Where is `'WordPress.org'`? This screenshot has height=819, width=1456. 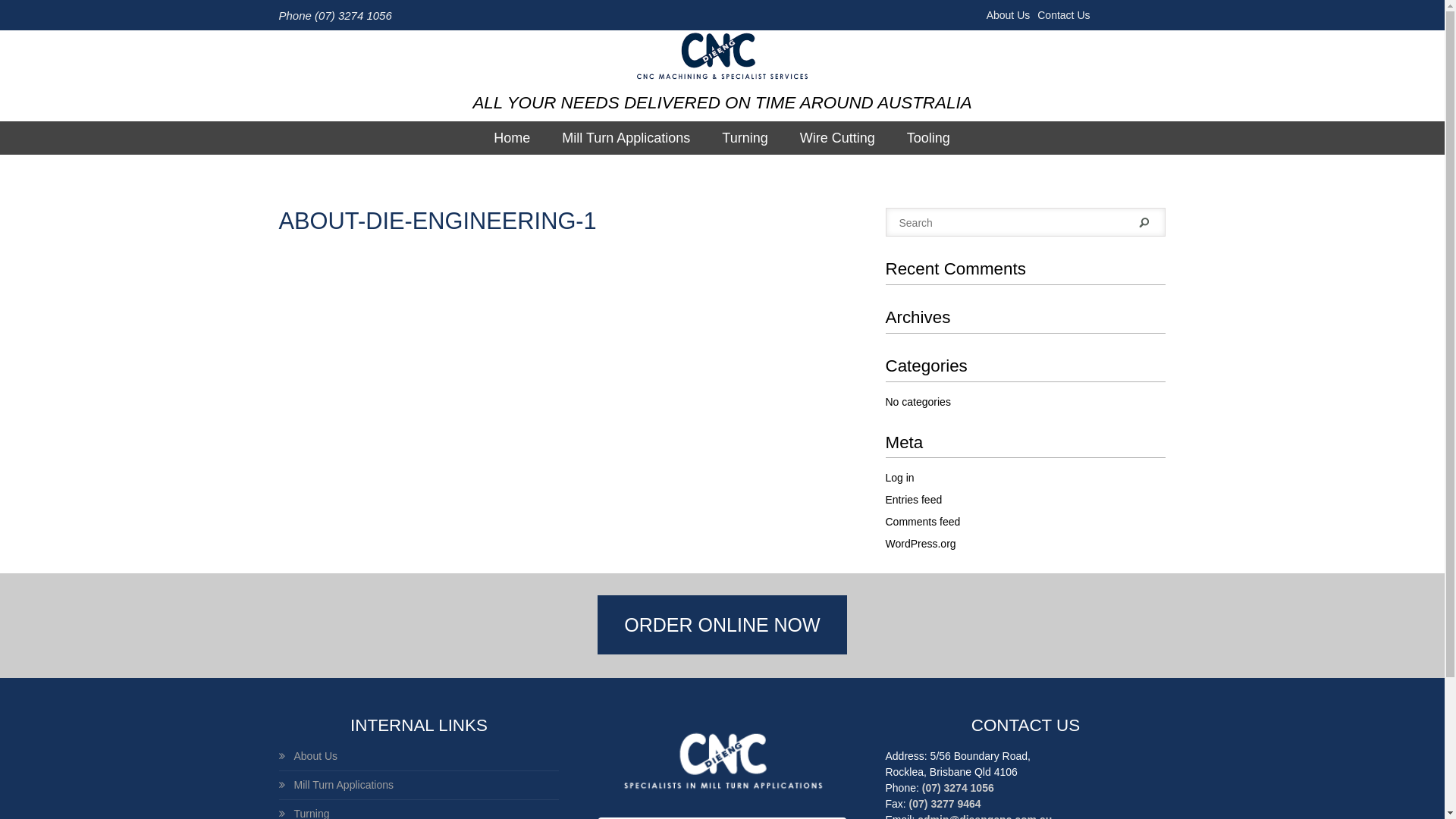
'WordPress.org' is located at coordinates (920, 543).